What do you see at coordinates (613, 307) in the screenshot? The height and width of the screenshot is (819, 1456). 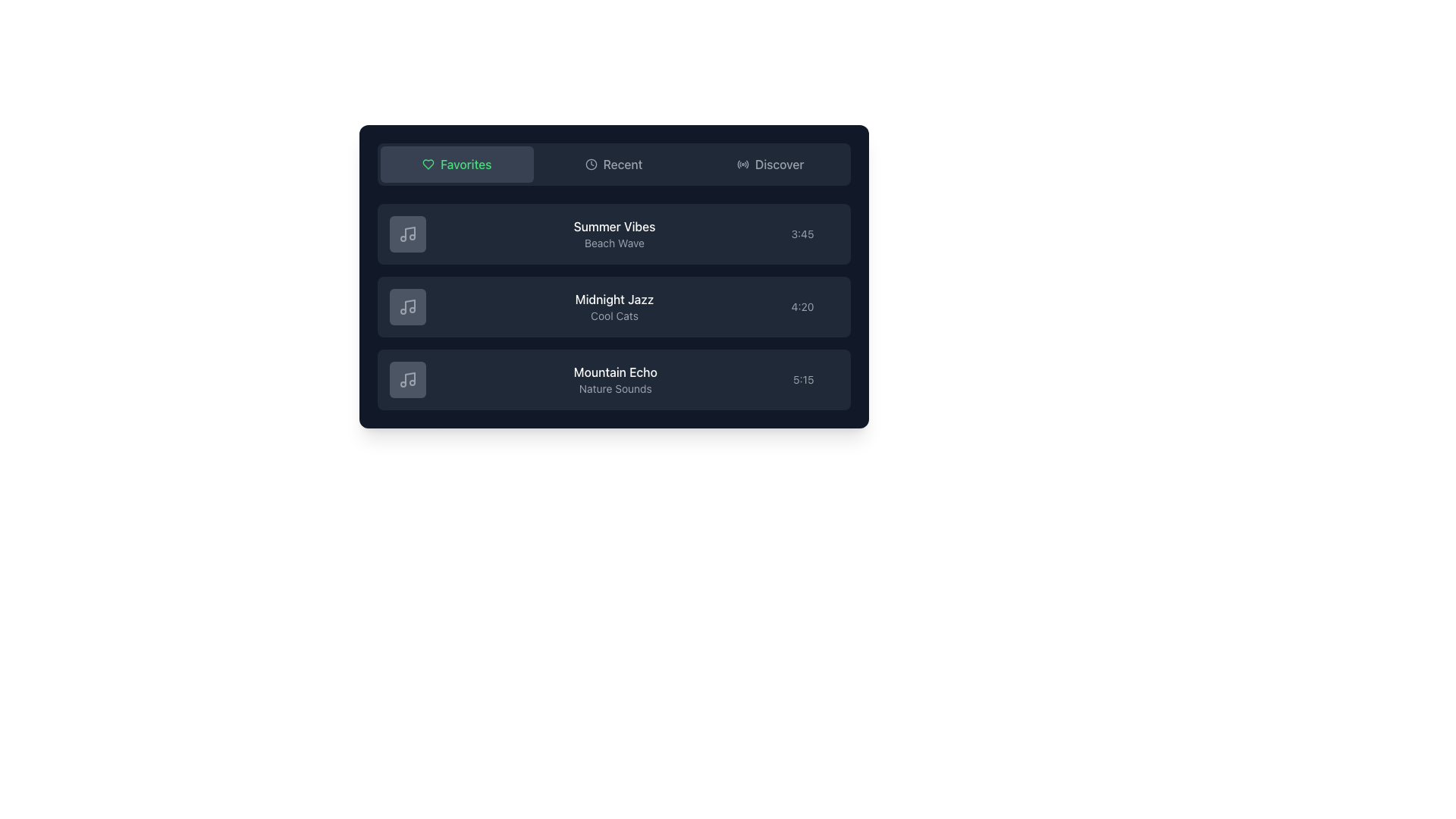 I see `the second list item representing a music track, which displays the name, subtitle, and duration` at bounding box center [613, 307].